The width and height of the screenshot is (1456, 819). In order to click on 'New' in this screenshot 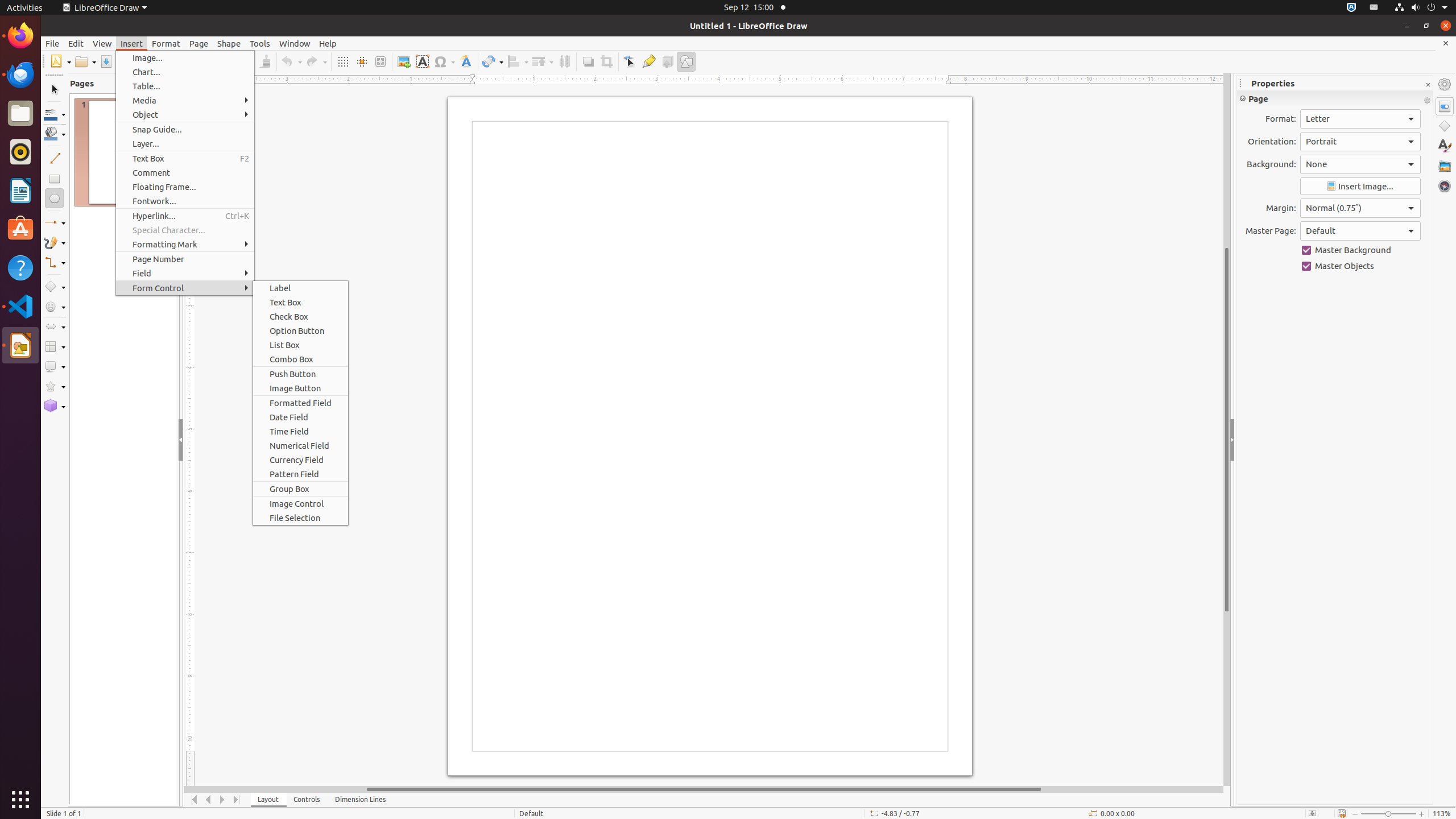, I will do `click(60, 61)`.